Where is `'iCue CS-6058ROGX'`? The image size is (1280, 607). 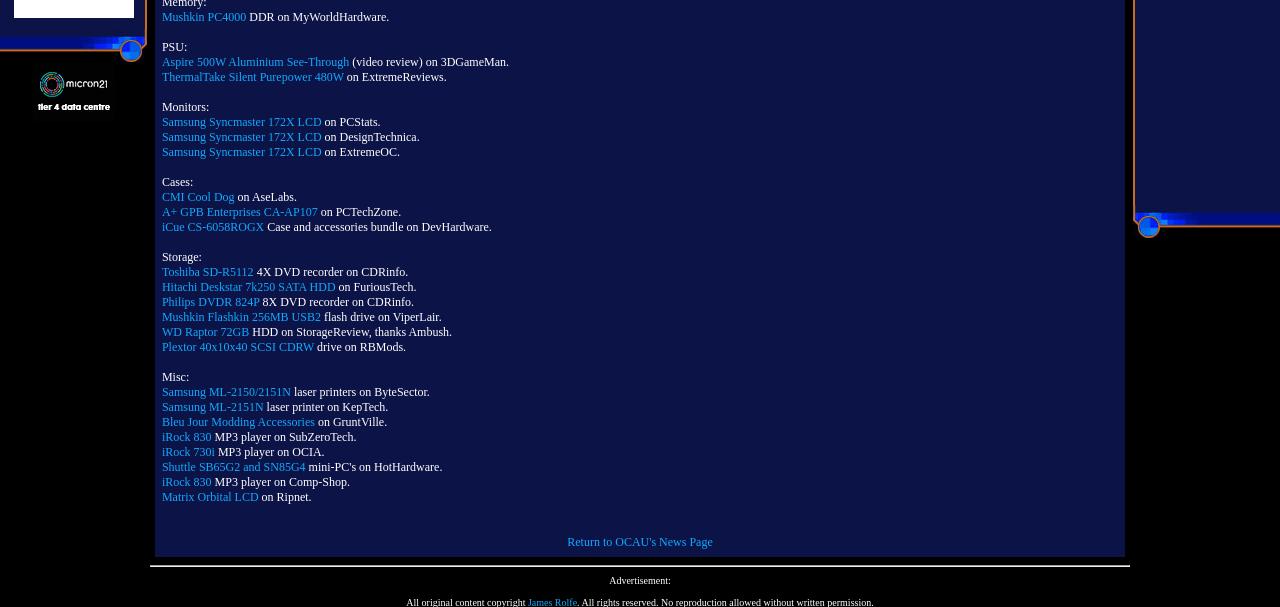
'iCue CS-6058ROGX' is located at coordinates (212, 227).